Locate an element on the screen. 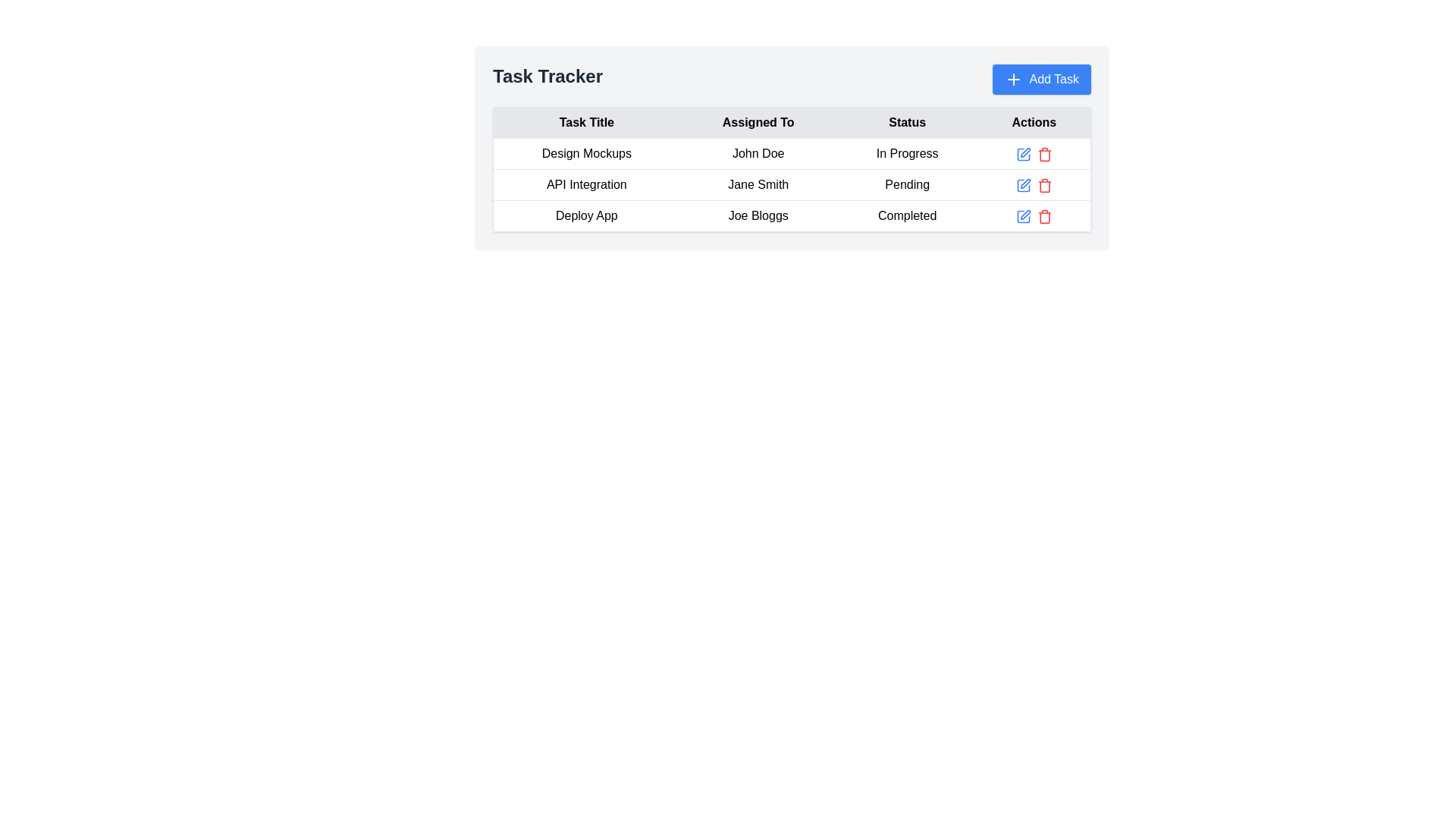 The width and height of the screenshot is (1456, 819). the edit or delete action icons located in the 'Actions' column of the row corresponding to 'Jane Smith' in the table is located at coordinates (1033, 184).